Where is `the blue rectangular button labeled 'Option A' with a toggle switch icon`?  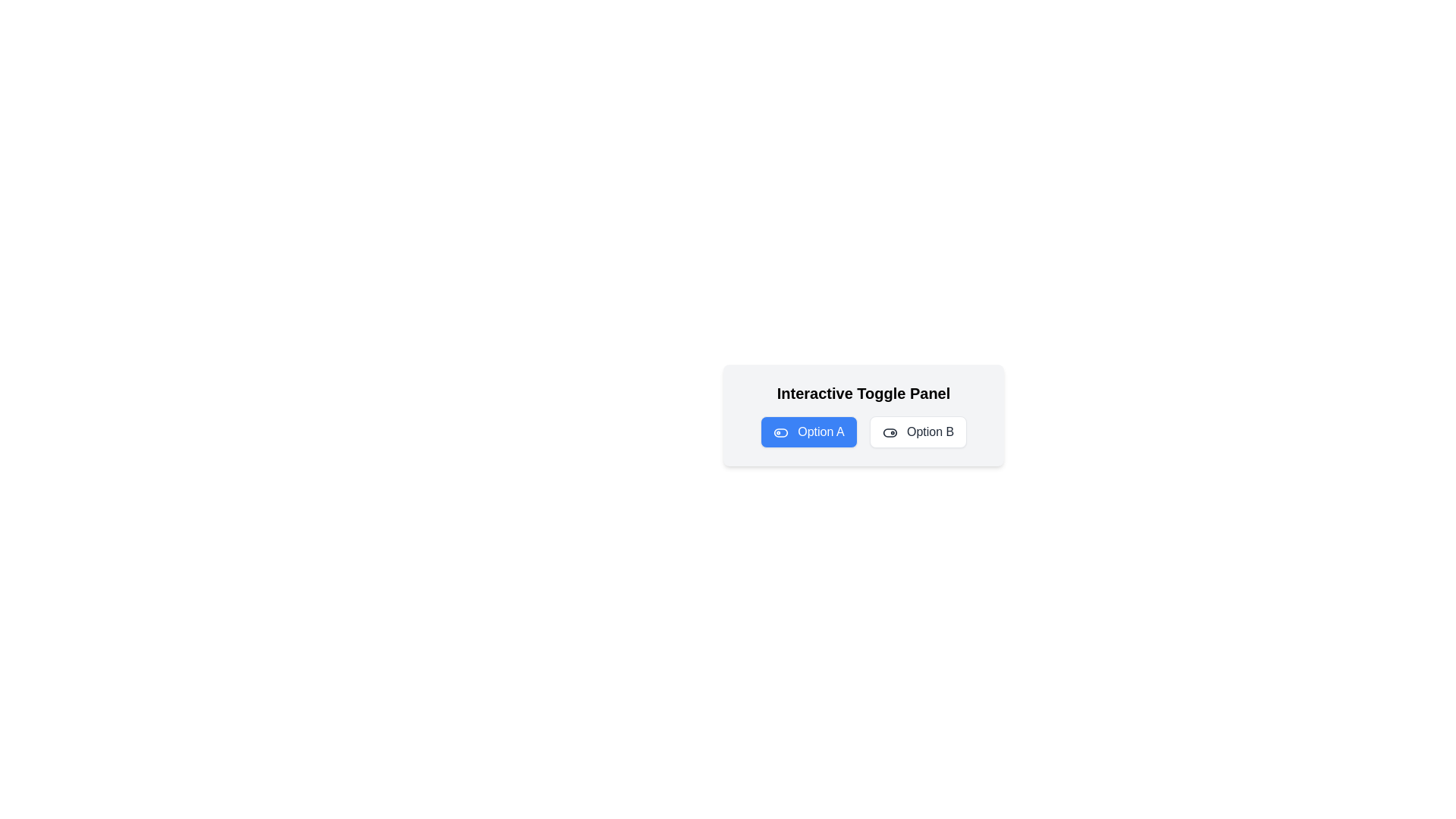
the blue rectangular button labeled 'Option A' with a toggle switch icon is located at coordinates (808, 432).